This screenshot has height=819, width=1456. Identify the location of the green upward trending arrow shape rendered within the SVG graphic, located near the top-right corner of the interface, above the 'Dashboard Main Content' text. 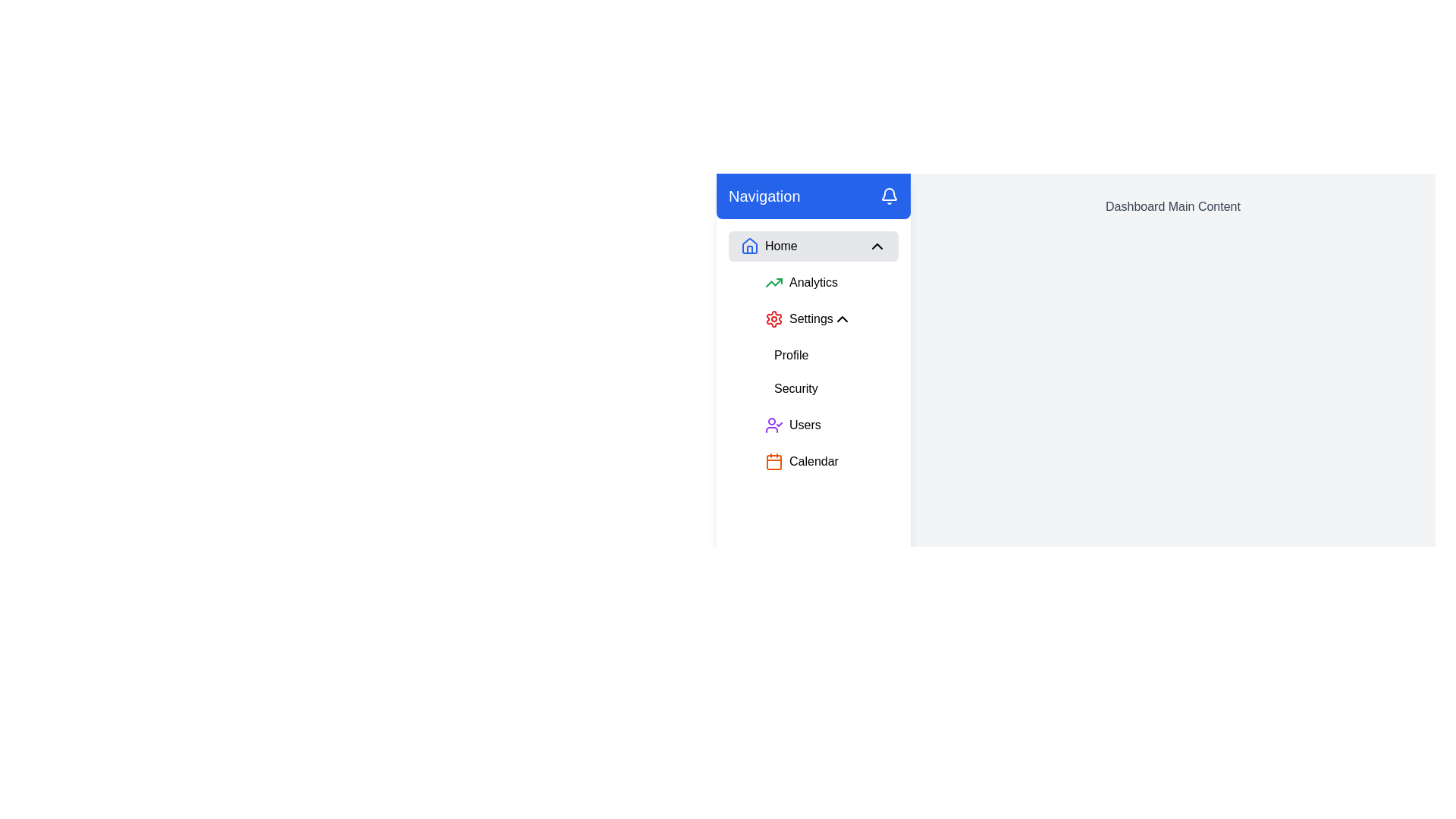
(774, 283).